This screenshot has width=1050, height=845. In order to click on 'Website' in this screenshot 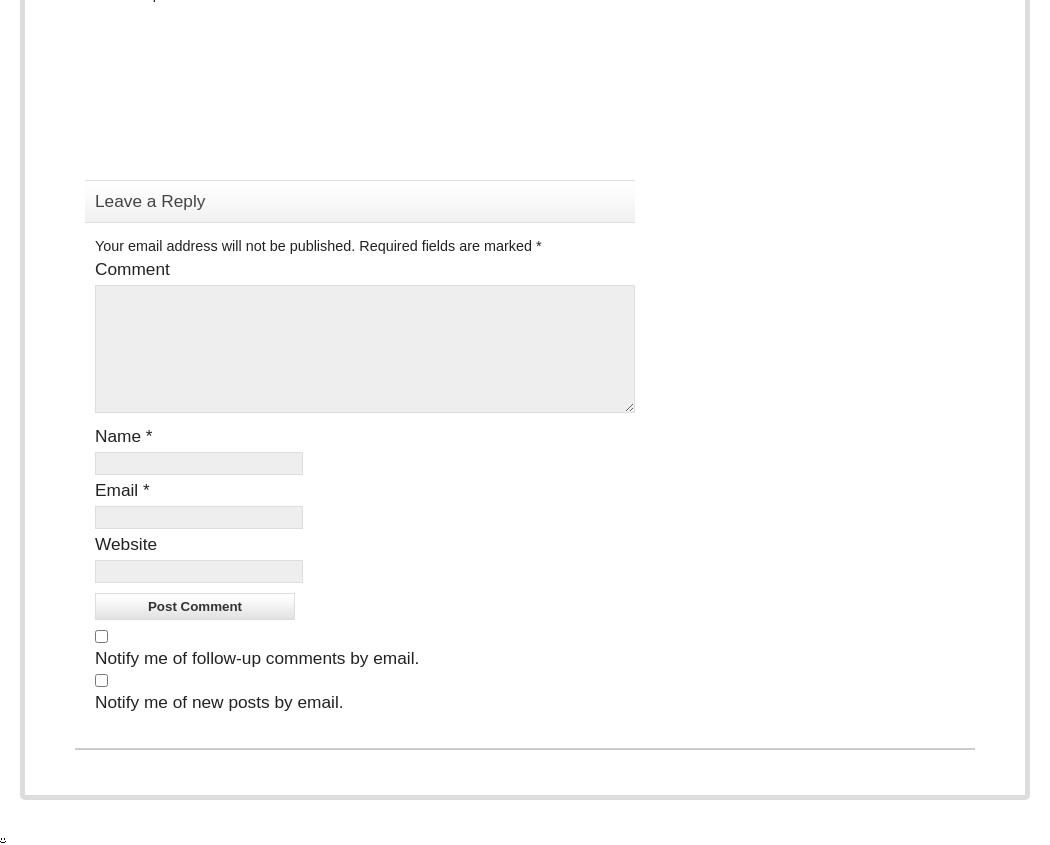, I will do `click(125, 543)`.